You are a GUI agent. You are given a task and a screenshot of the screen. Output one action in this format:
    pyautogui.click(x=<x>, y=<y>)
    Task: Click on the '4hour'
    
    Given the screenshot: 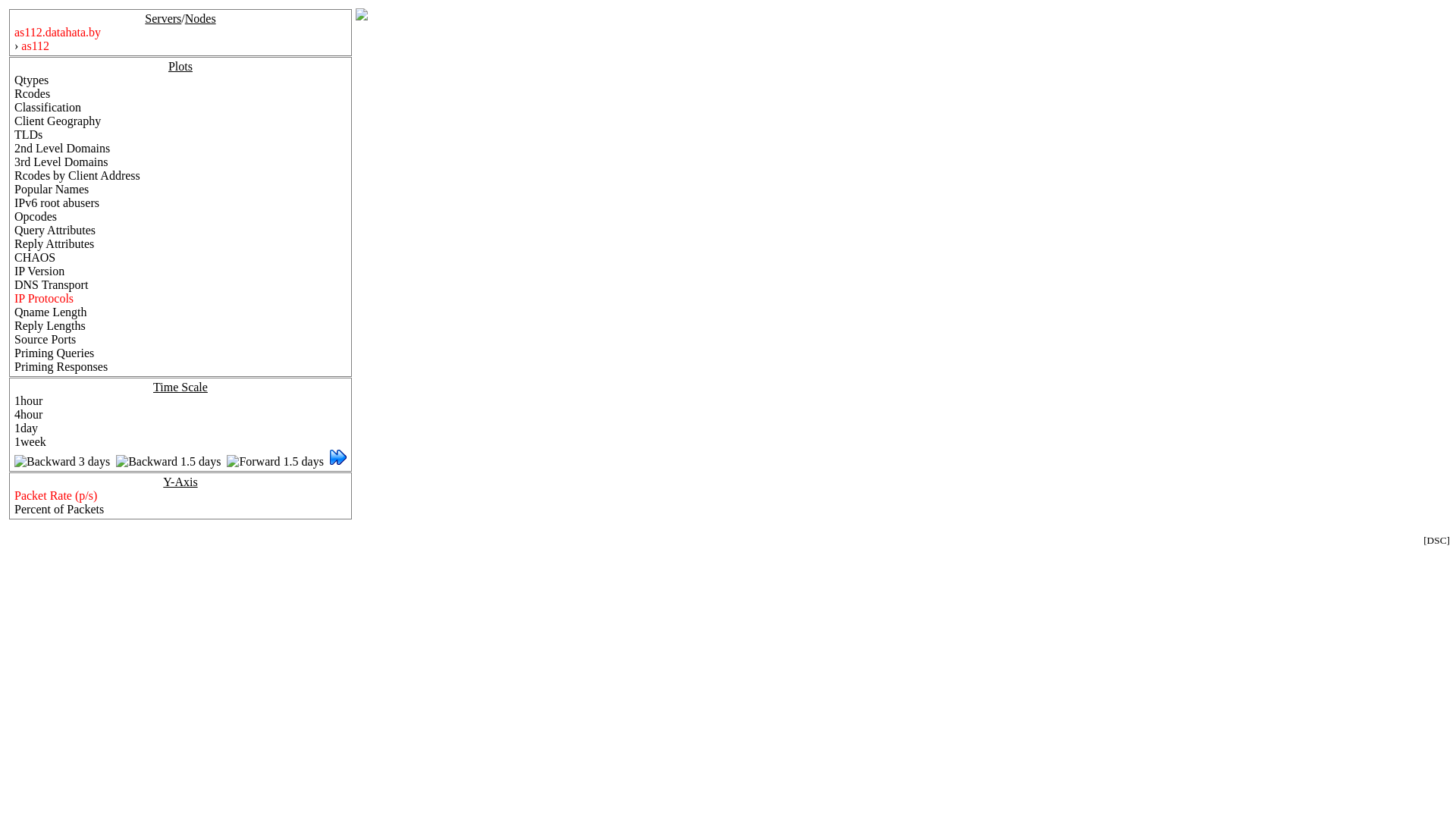 What is the action you would take?
    pyautogui.click(x=14, y=414)
    